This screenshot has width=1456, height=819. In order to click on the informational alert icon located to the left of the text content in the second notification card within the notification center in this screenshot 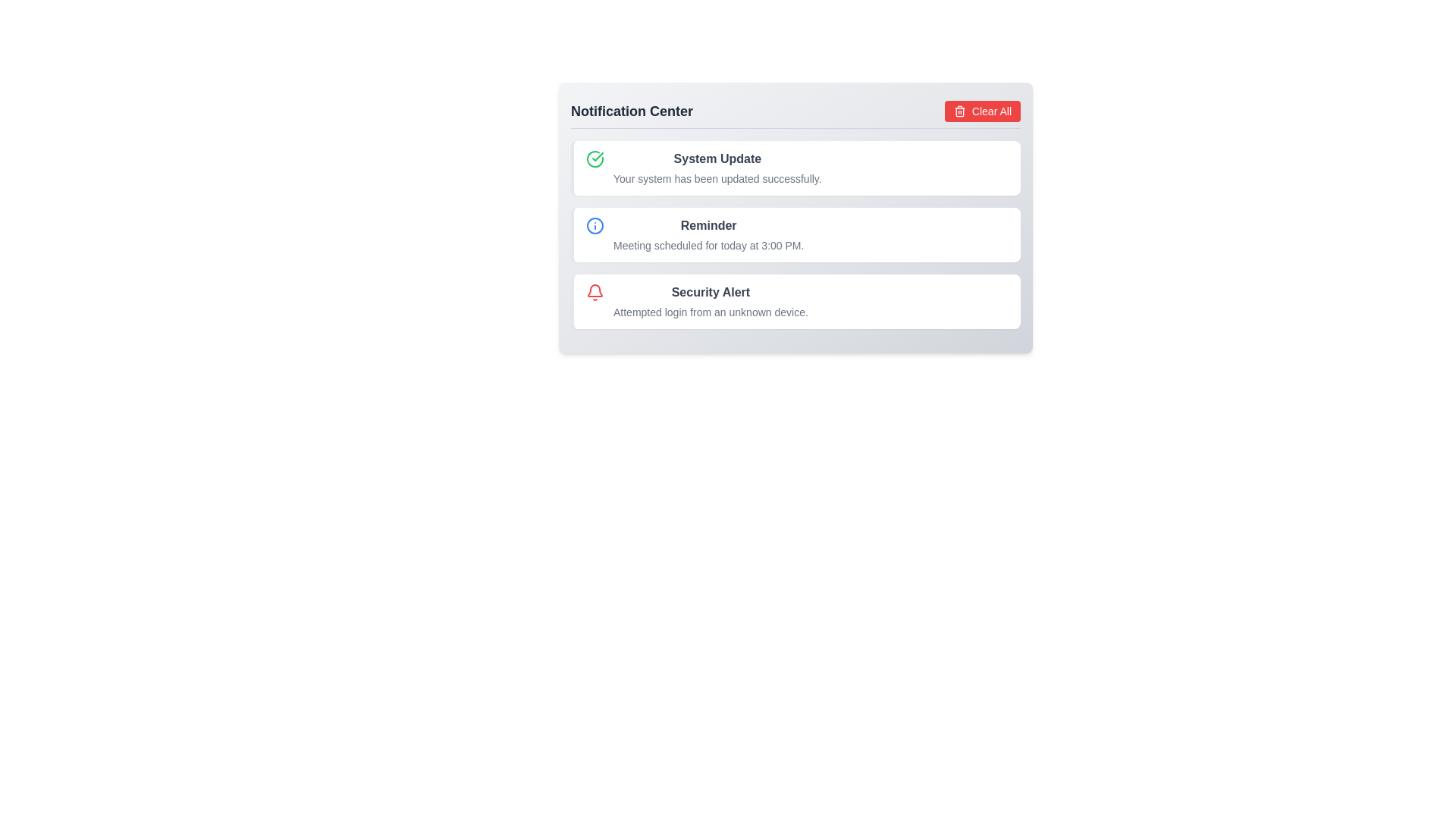, I will do `click(595, 225)`.